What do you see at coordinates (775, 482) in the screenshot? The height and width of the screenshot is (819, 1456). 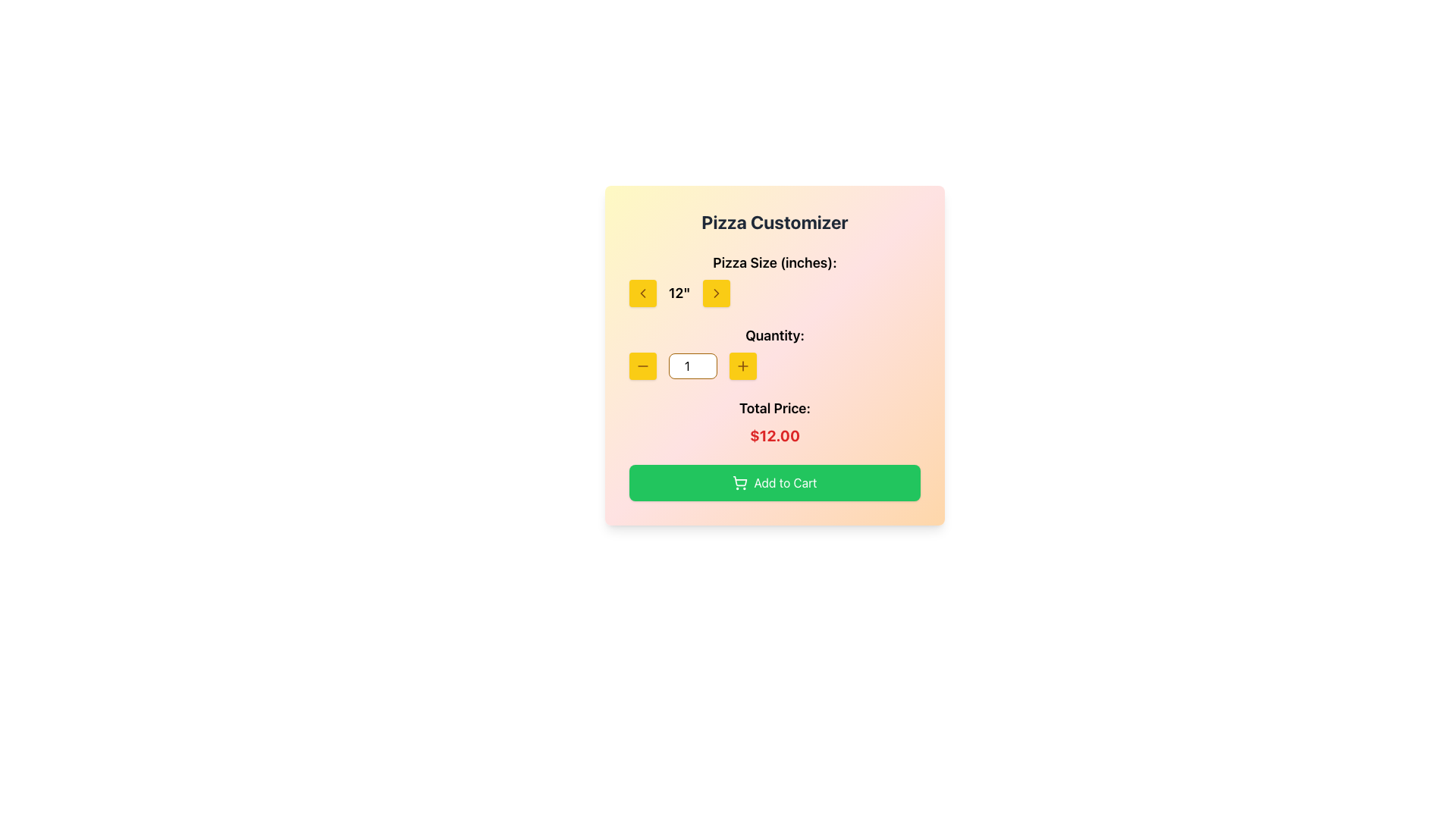 I see `the prominent green 'Add to Cart' button located at the bottom of the Pizza Customizer UI to observe any hover effects` at bounding box center [775, 482].